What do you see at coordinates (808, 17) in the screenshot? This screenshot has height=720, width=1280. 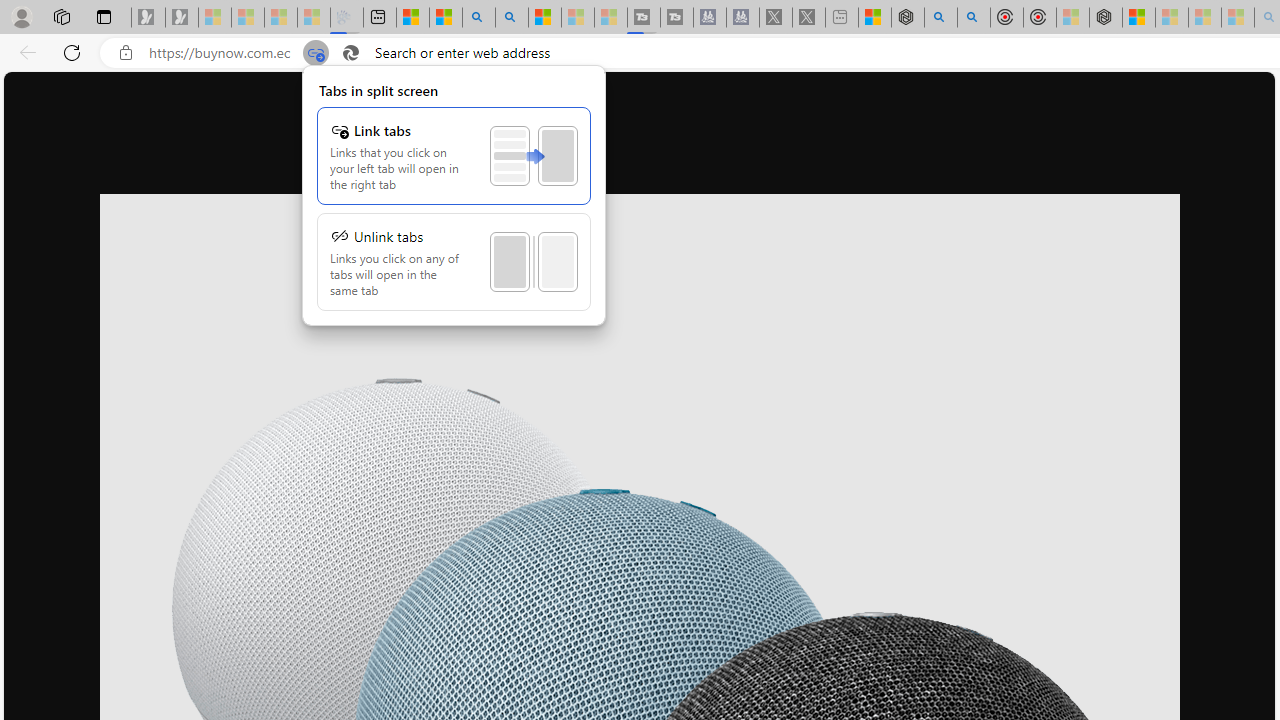 I see `'X - Sleeping'` at bounding box center [808, 17].